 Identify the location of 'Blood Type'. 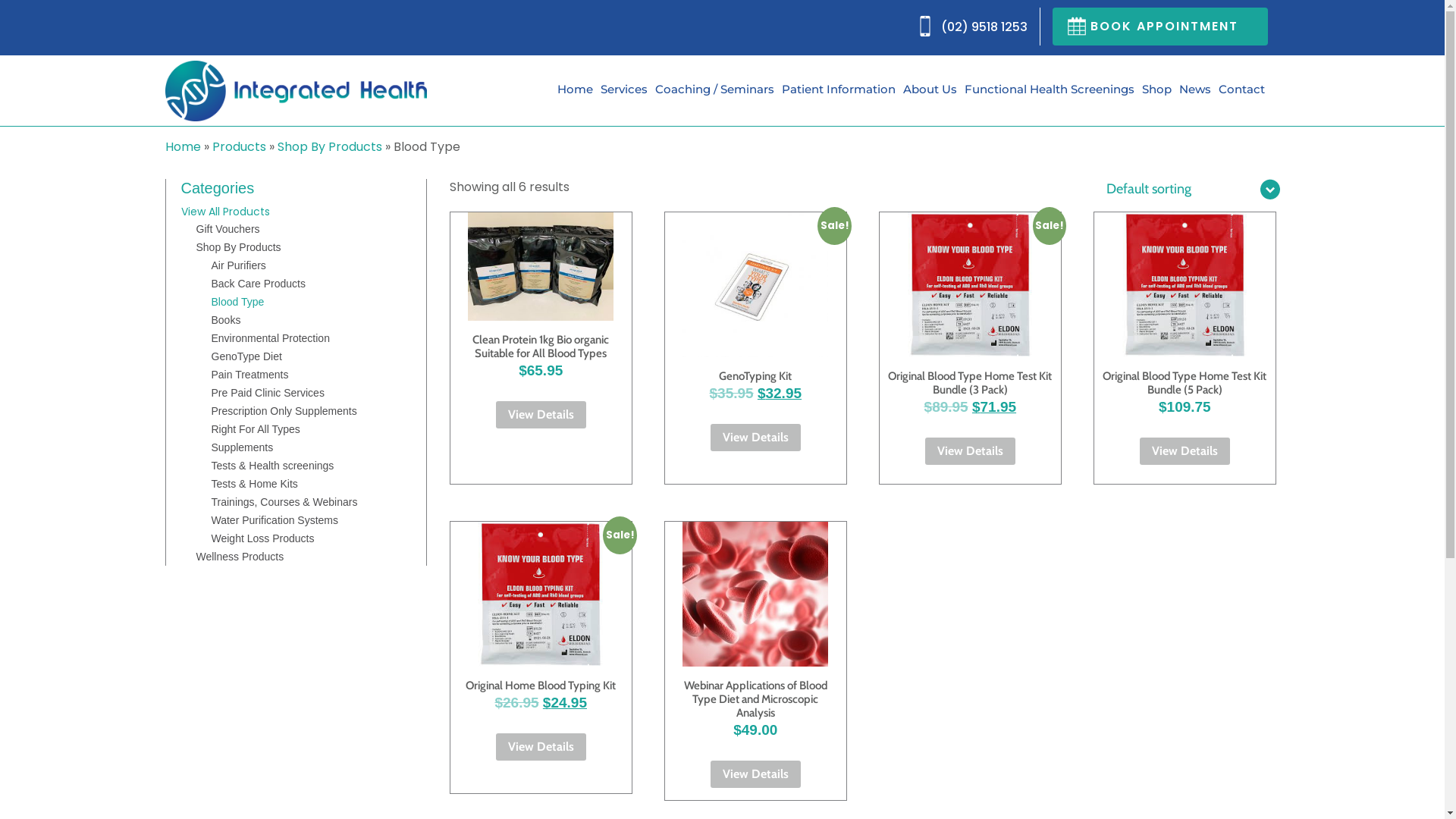
(236, 301).